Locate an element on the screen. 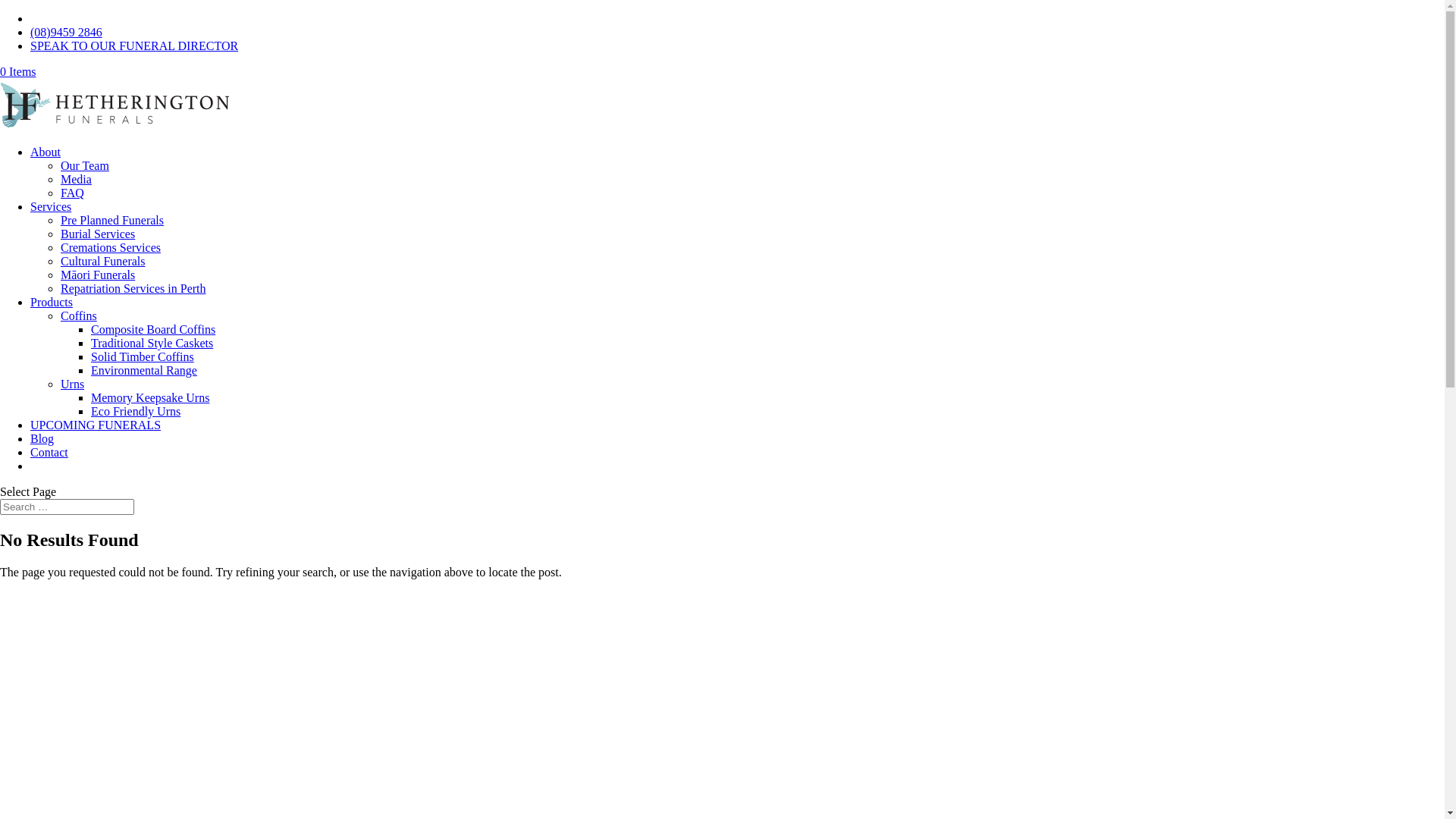 This screenshot has width=1456, height=819. 'Services' is located at coordinates (51, 206).